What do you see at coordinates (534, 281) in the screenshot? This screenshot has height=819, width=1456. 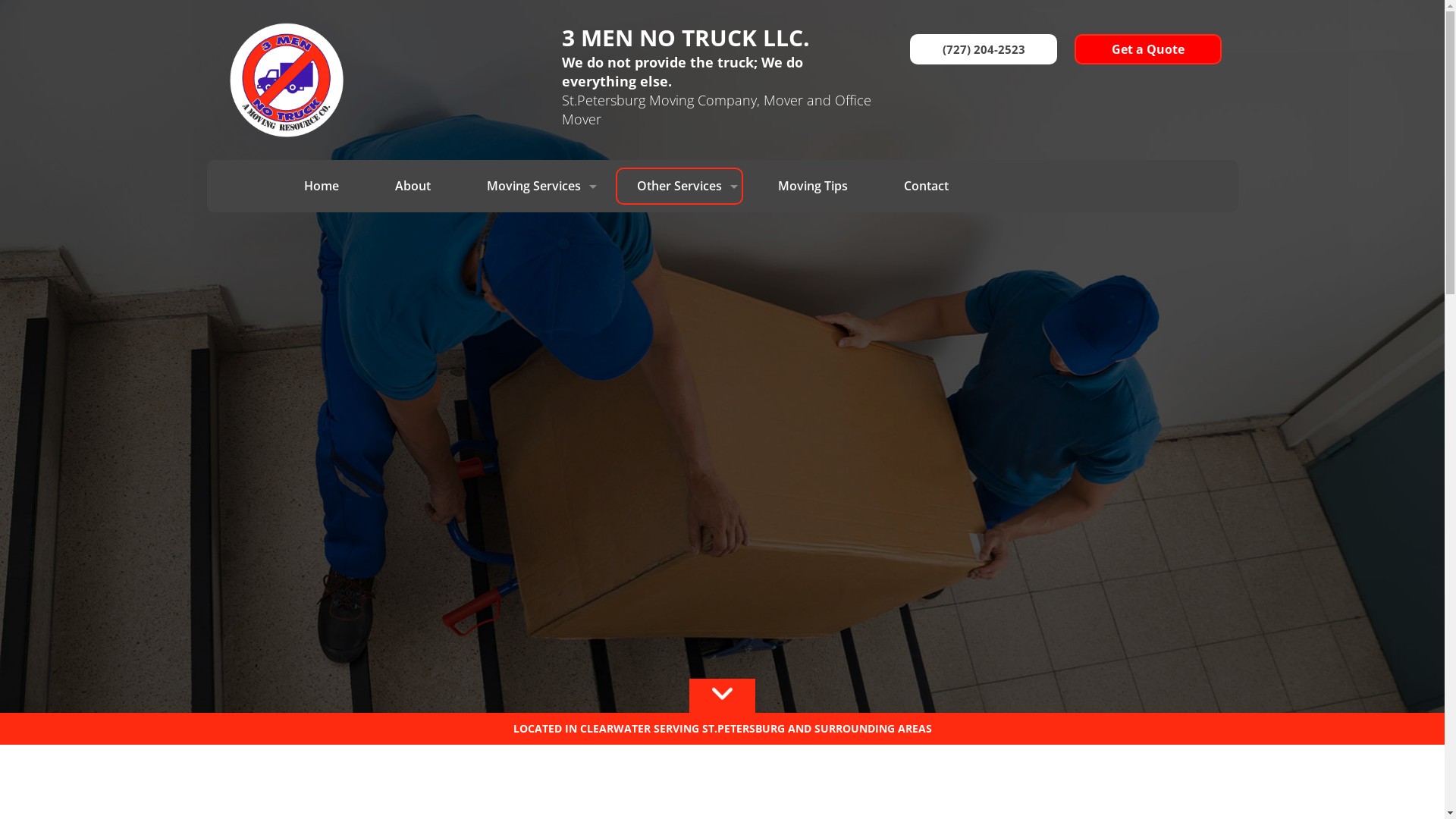 I see `'Local Moves'` at bounding box center [534, 281].